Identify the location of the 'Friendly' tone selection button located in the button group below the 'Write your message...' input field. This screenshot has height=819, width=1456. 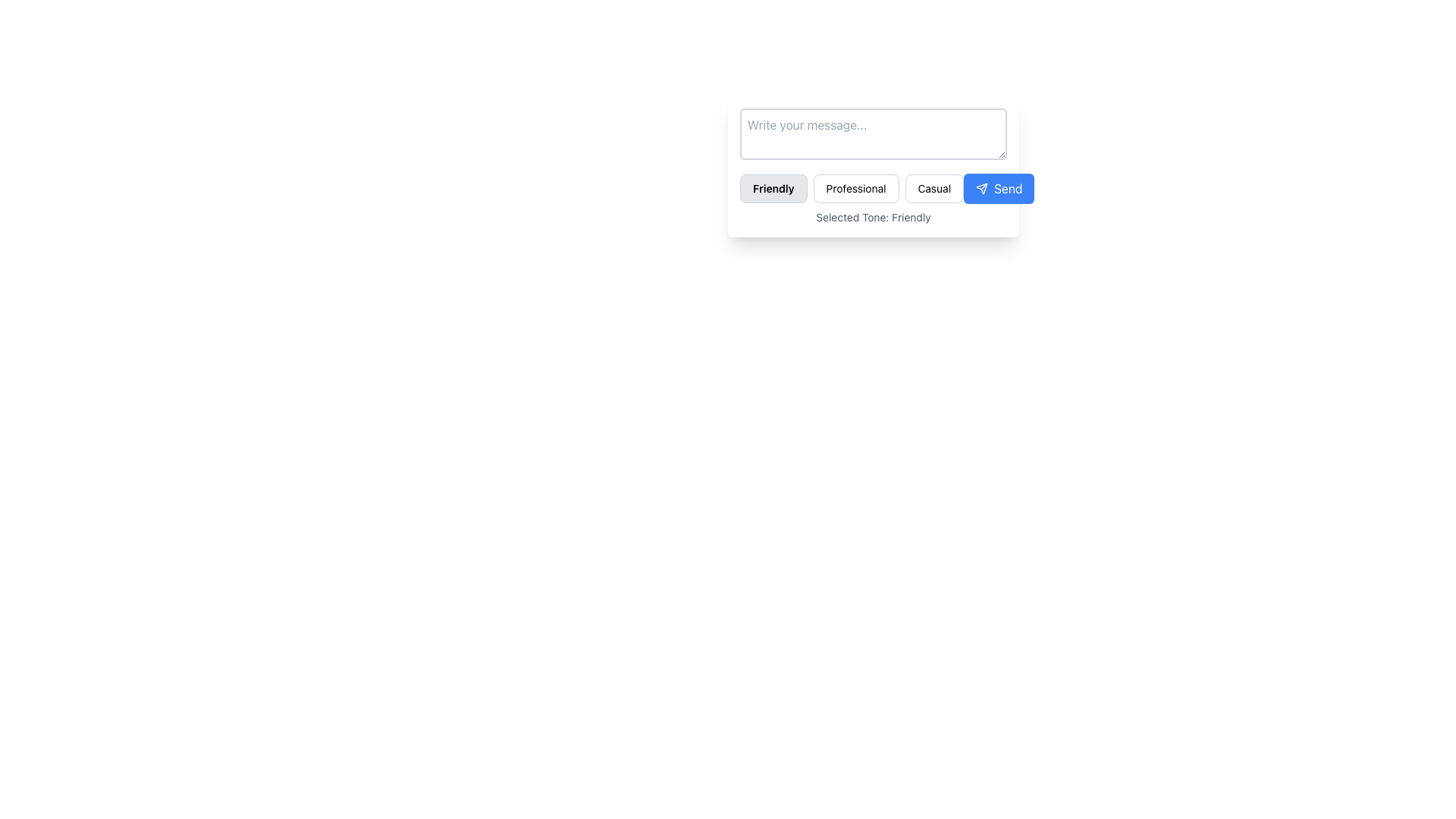
(773, 188).